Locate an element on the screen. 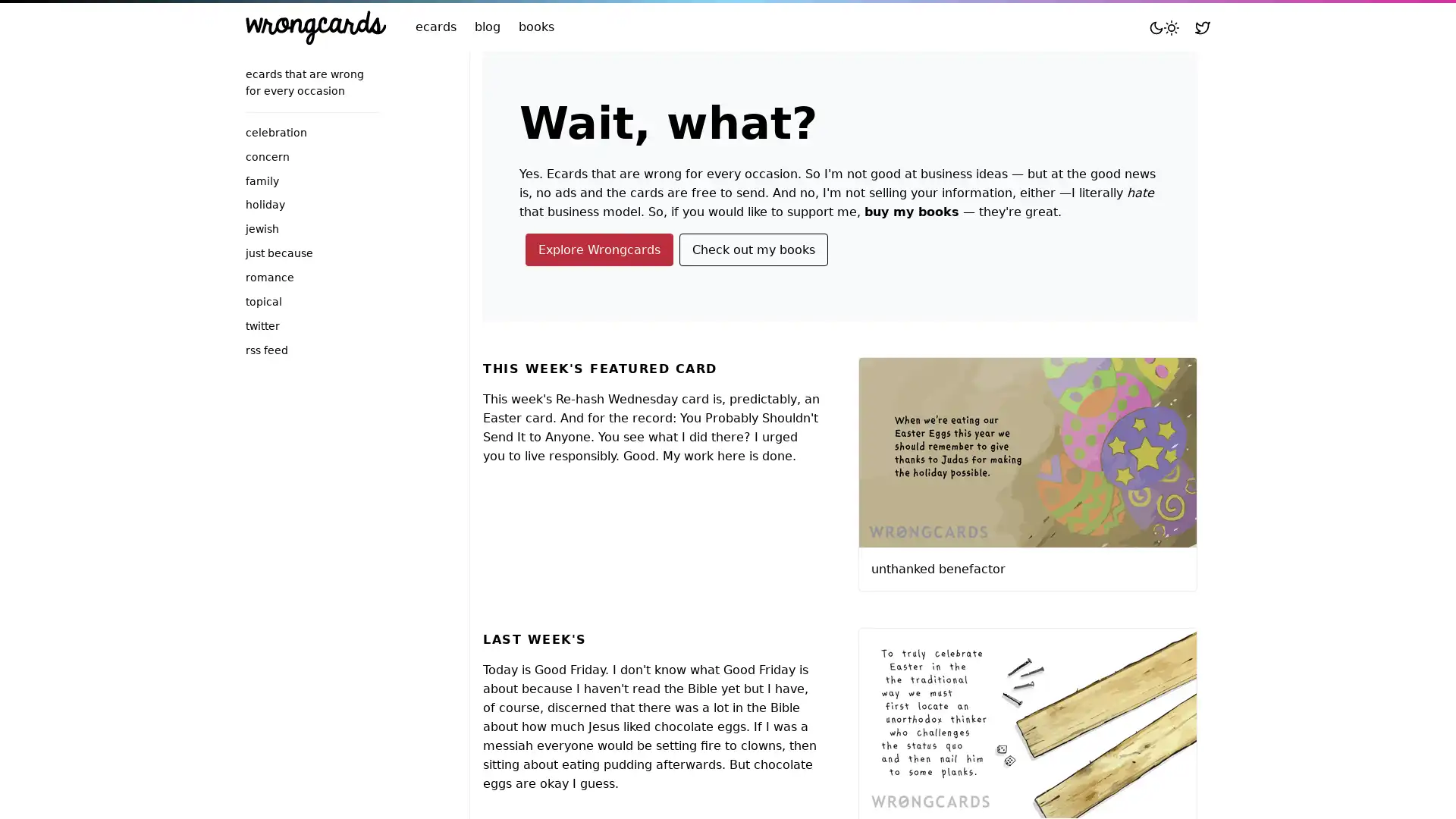  Toggle mode is located at coordinates (1163, 27).